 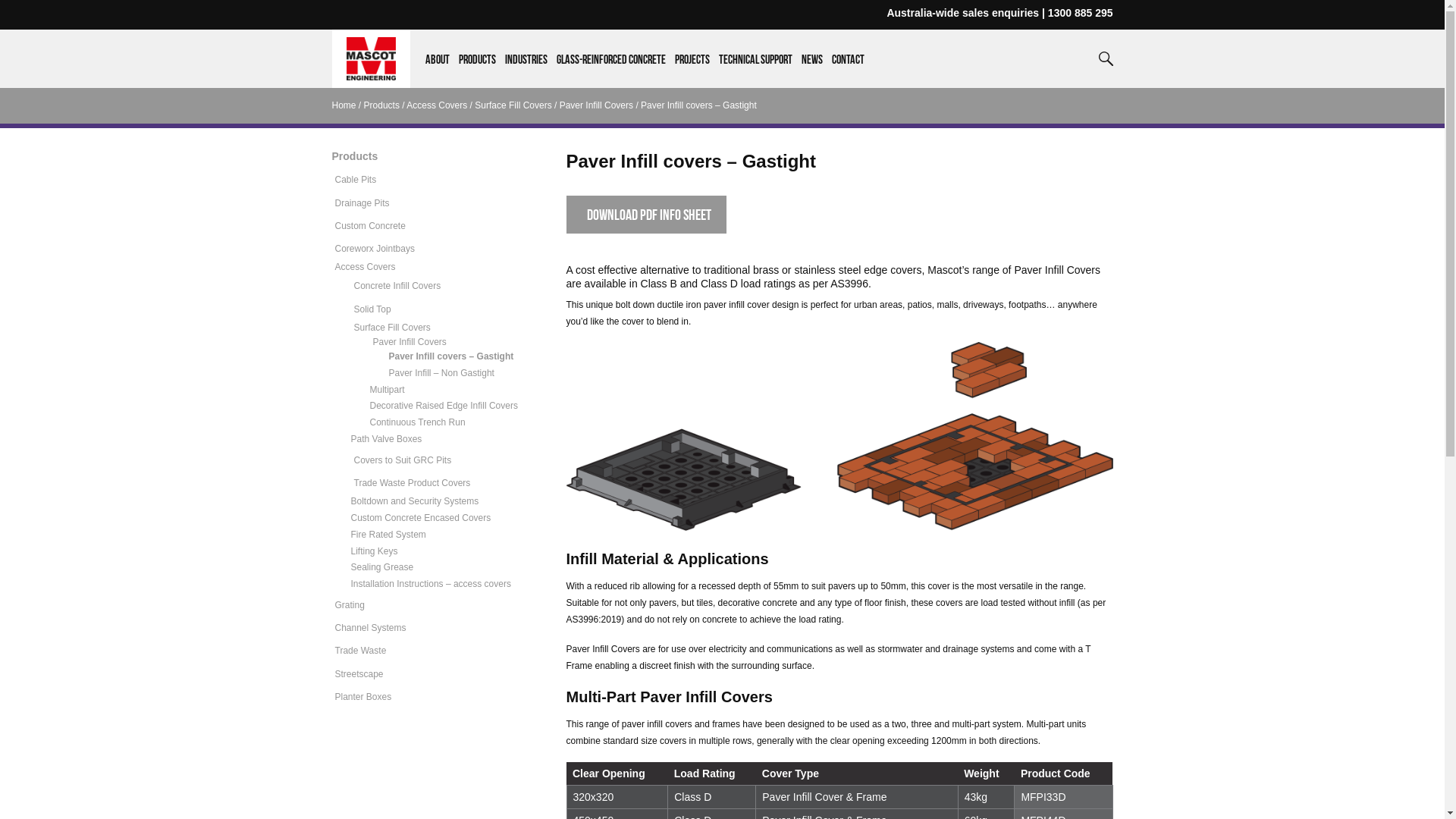 I want to click on 'Planter Boxes', so click(x=362, y=696).